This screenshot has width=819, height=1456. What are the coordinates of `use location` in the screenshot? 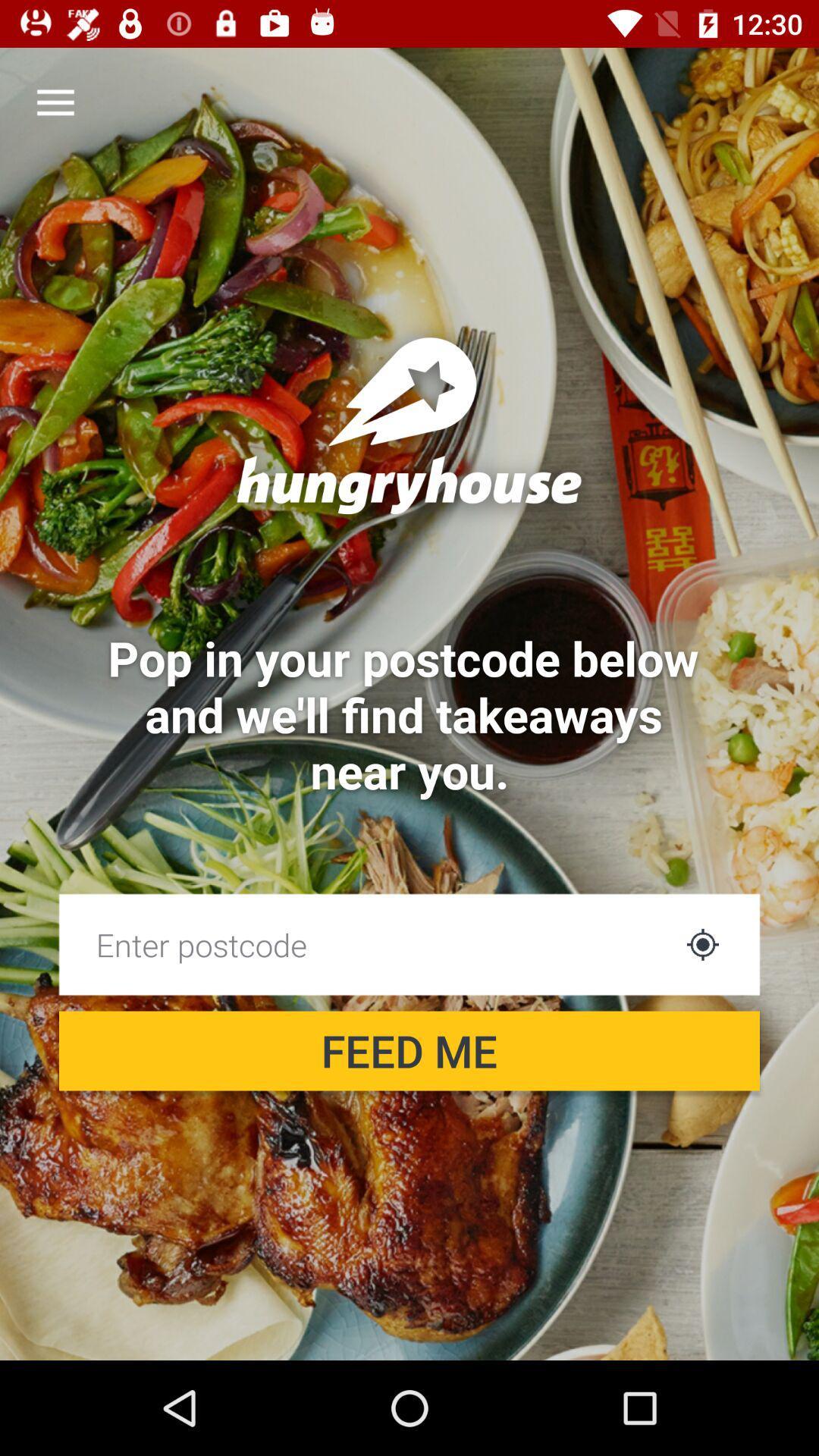 It's located at (702, 943).